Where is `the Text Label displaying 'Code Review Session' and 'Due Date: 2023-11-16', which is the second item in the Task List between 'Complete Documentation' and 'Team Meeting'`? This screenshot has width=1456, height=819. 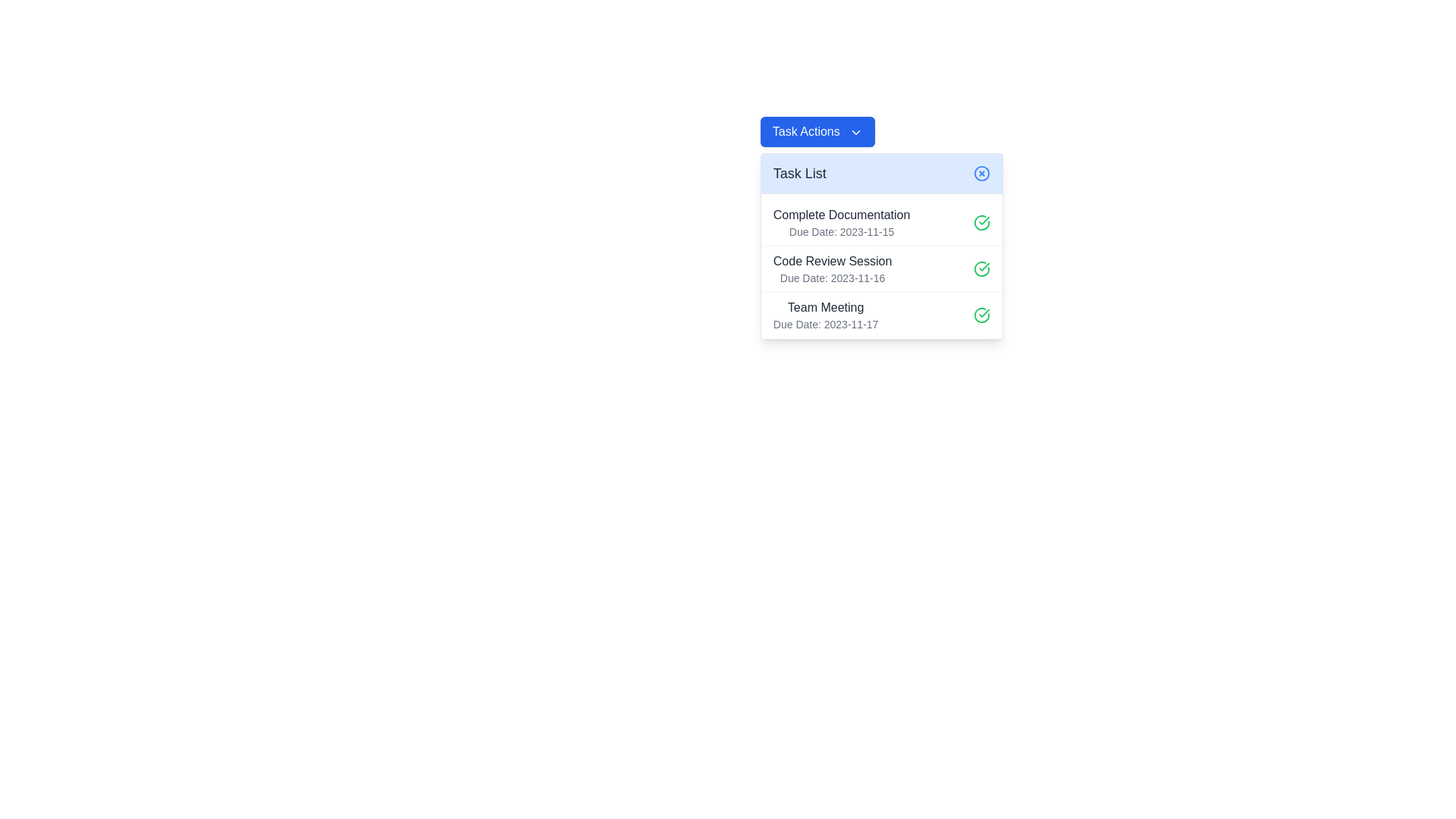
the Text Label displaying 'Code Review Session' and 'Due Date: 2023-11-16', which is the second item in the Task List between 'Complete Documentation' and 'Team Meeting' is located at coordinates (832, 268).